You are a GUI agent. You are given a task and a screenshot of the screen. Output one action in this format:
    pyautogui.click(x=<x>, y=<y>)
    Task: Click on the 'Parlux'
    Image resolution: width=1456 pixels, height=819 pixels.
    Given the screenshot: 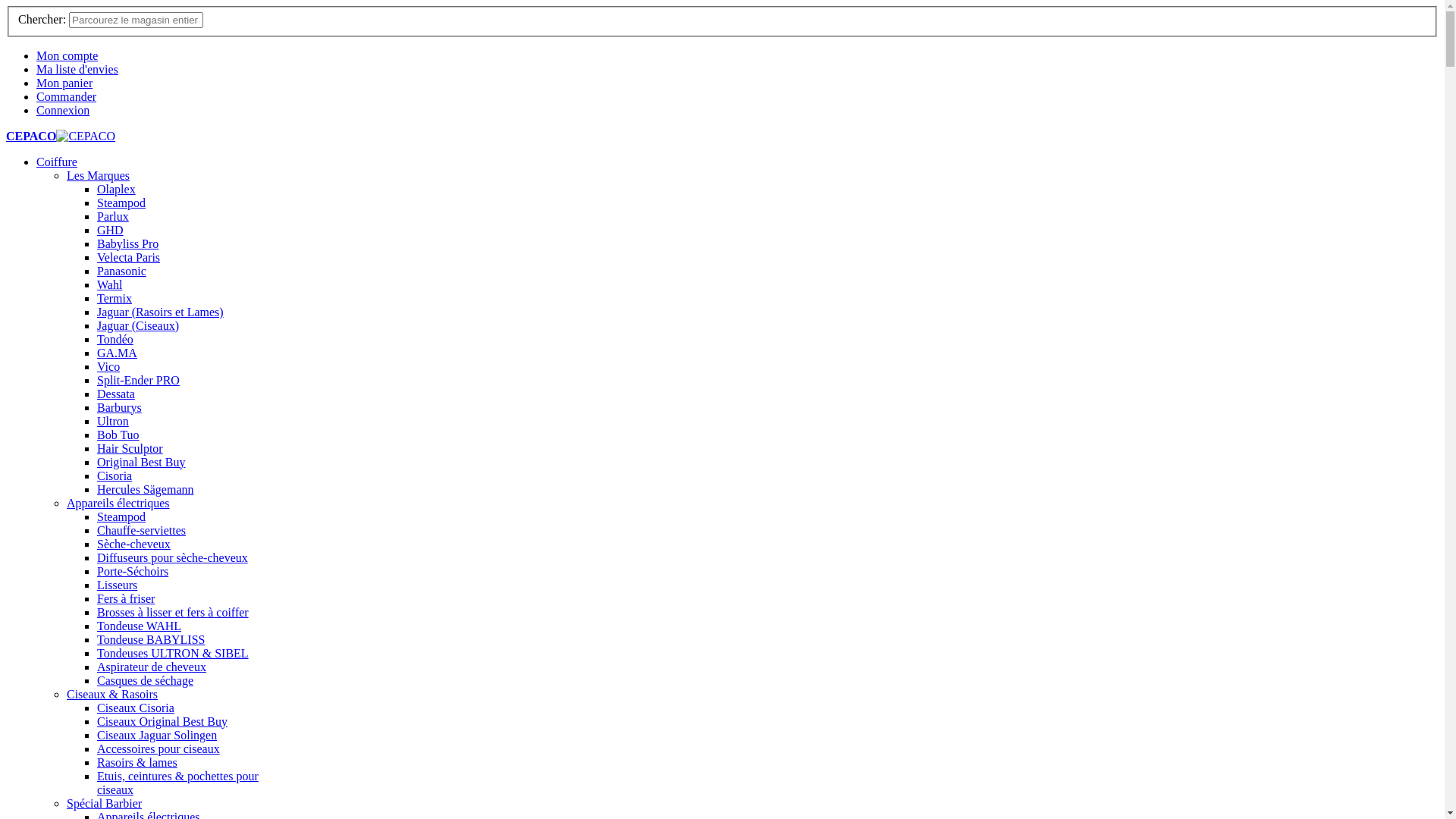 What is the action you would take?
    pyautogui.click(x=111, y=216)
    